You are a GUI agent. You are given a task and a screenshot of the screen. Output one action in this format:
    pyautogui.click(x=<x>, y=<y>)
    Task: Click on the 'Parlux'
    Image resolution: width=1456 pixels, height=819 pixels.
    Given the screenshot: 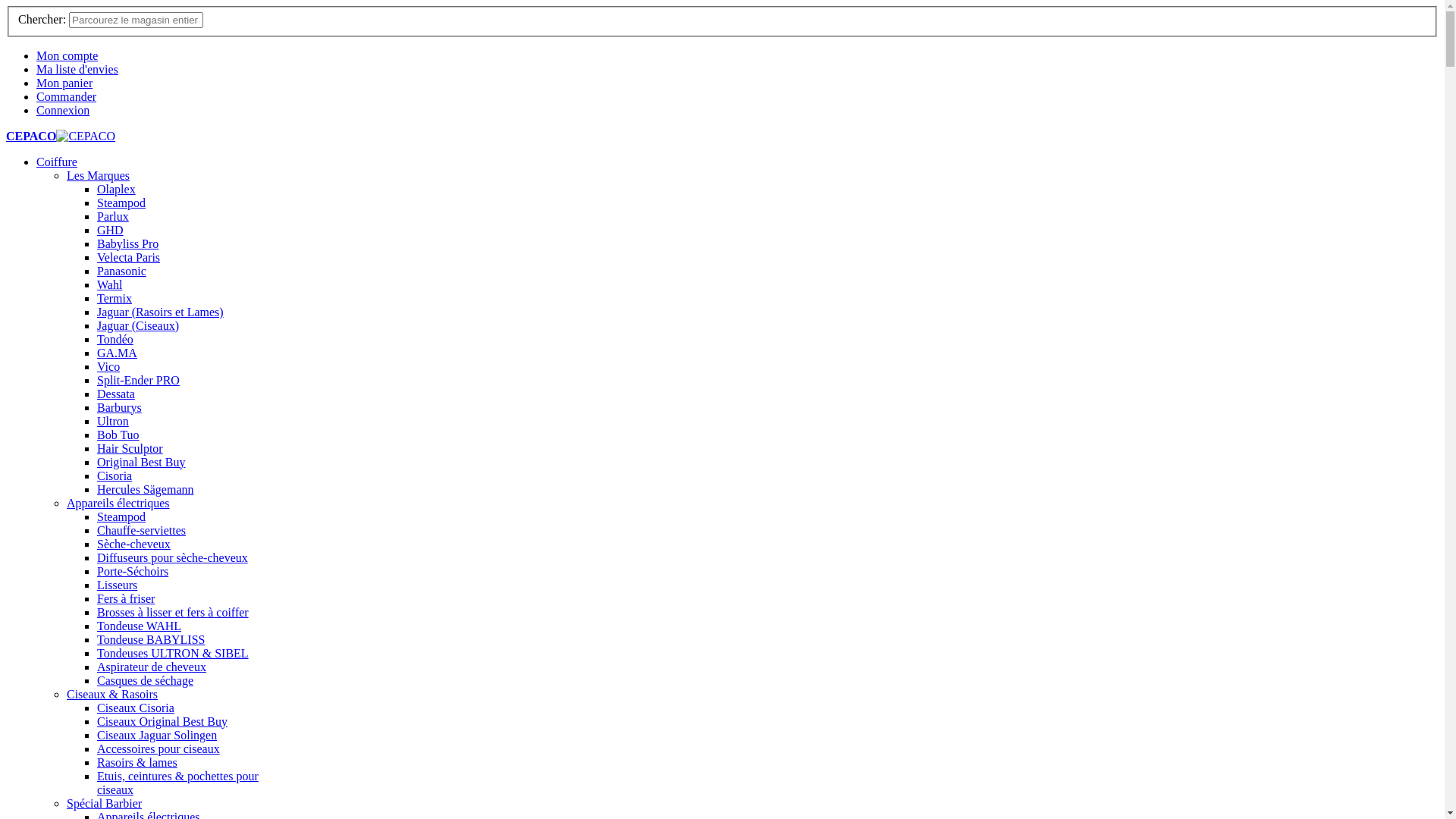 What is the action you would take?
    pyautogui.click(x=111, y=216)
    